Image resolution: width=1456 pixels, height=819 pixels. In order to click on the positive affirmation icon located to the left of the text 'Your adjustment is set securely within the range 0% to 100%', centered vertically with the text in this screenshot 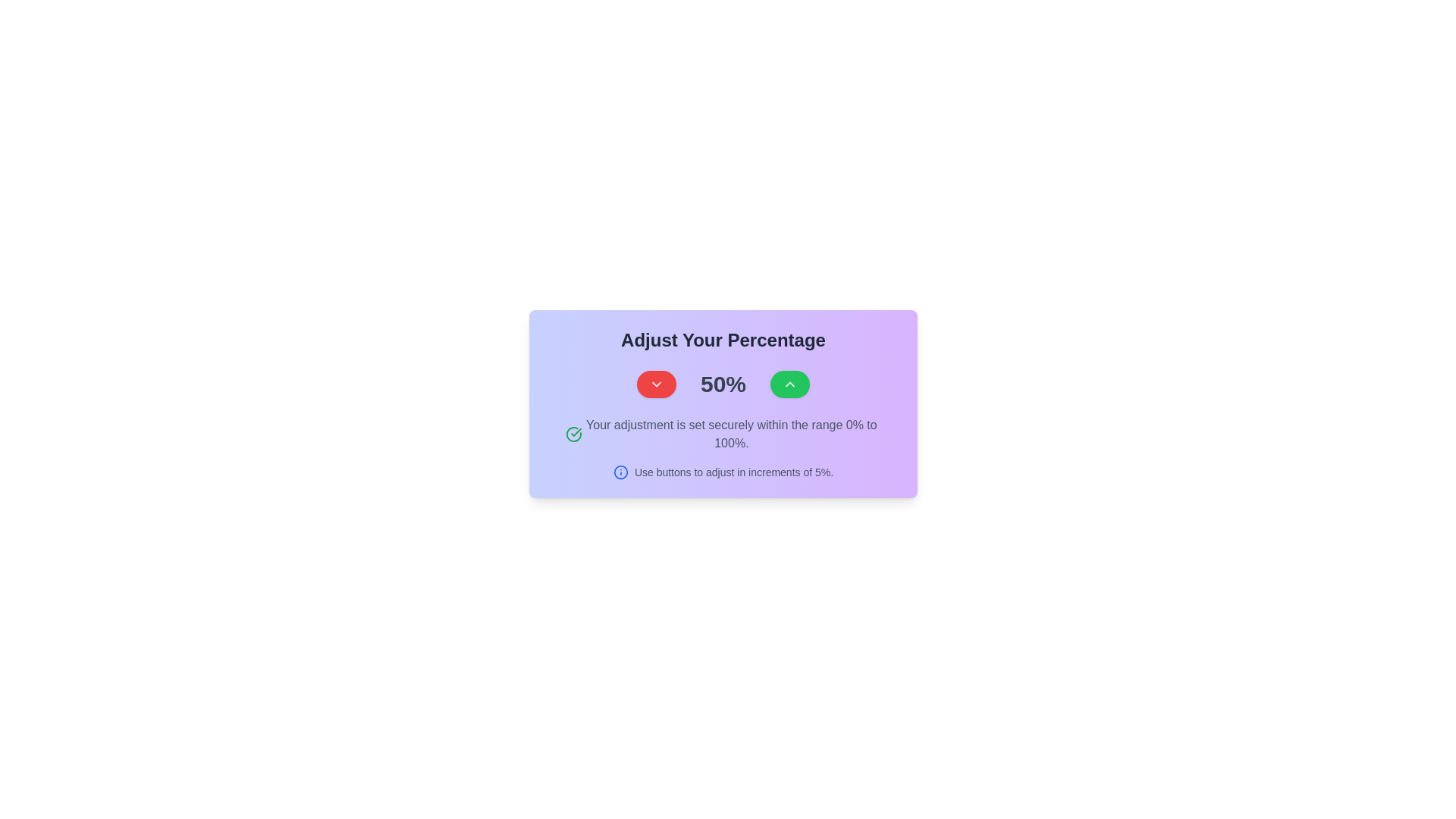, I will do `click(573, 435)`.